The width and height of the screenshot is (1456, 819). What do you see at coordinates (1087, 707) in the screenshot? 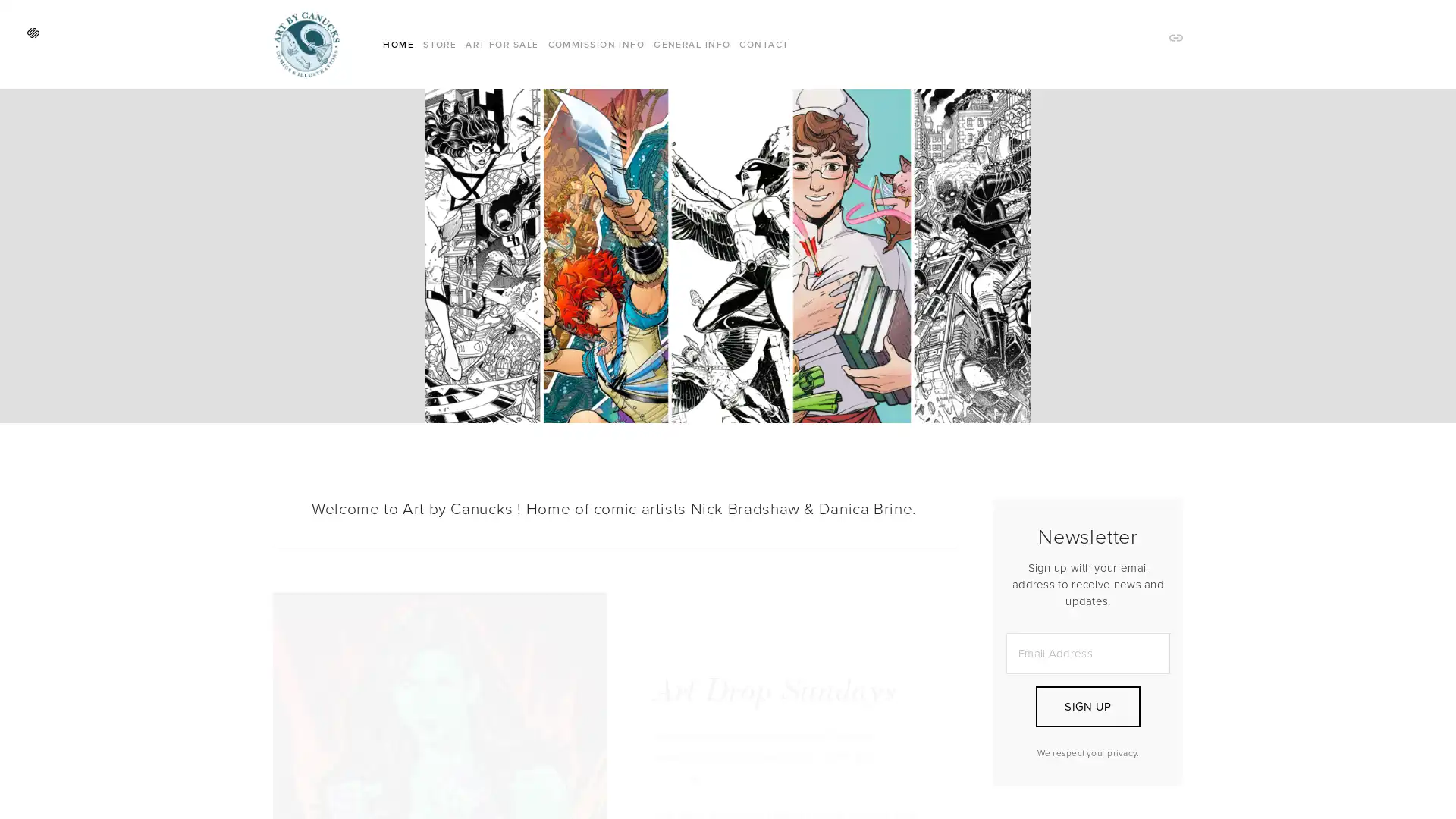
I see `SIGN UP` at bounding box center [1087, 707].